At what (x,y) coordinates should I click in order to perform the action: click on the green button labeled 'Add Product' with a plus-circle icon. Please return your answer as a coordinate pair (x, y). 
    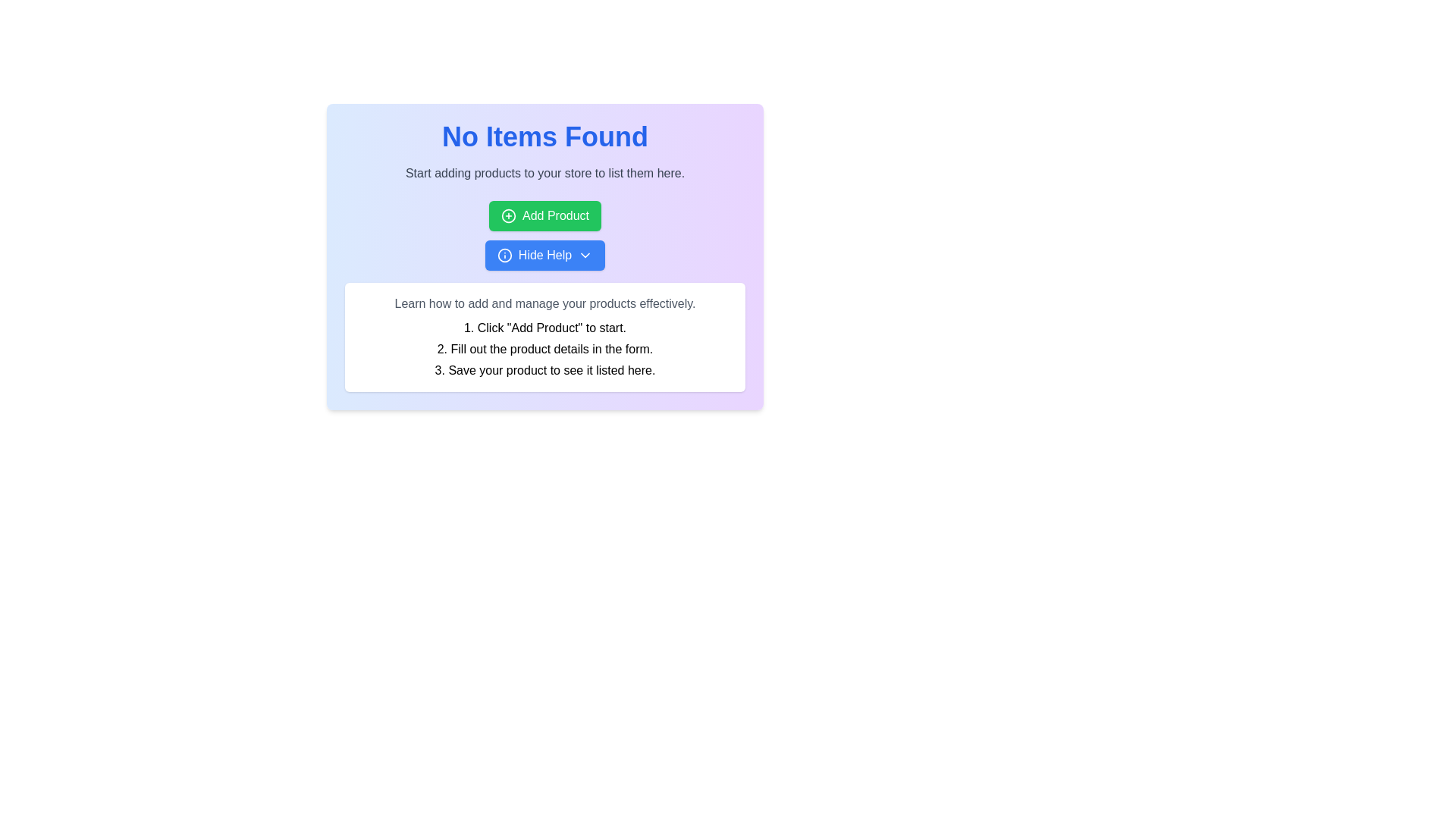
    Looking at the image, I should click on (545, 216).